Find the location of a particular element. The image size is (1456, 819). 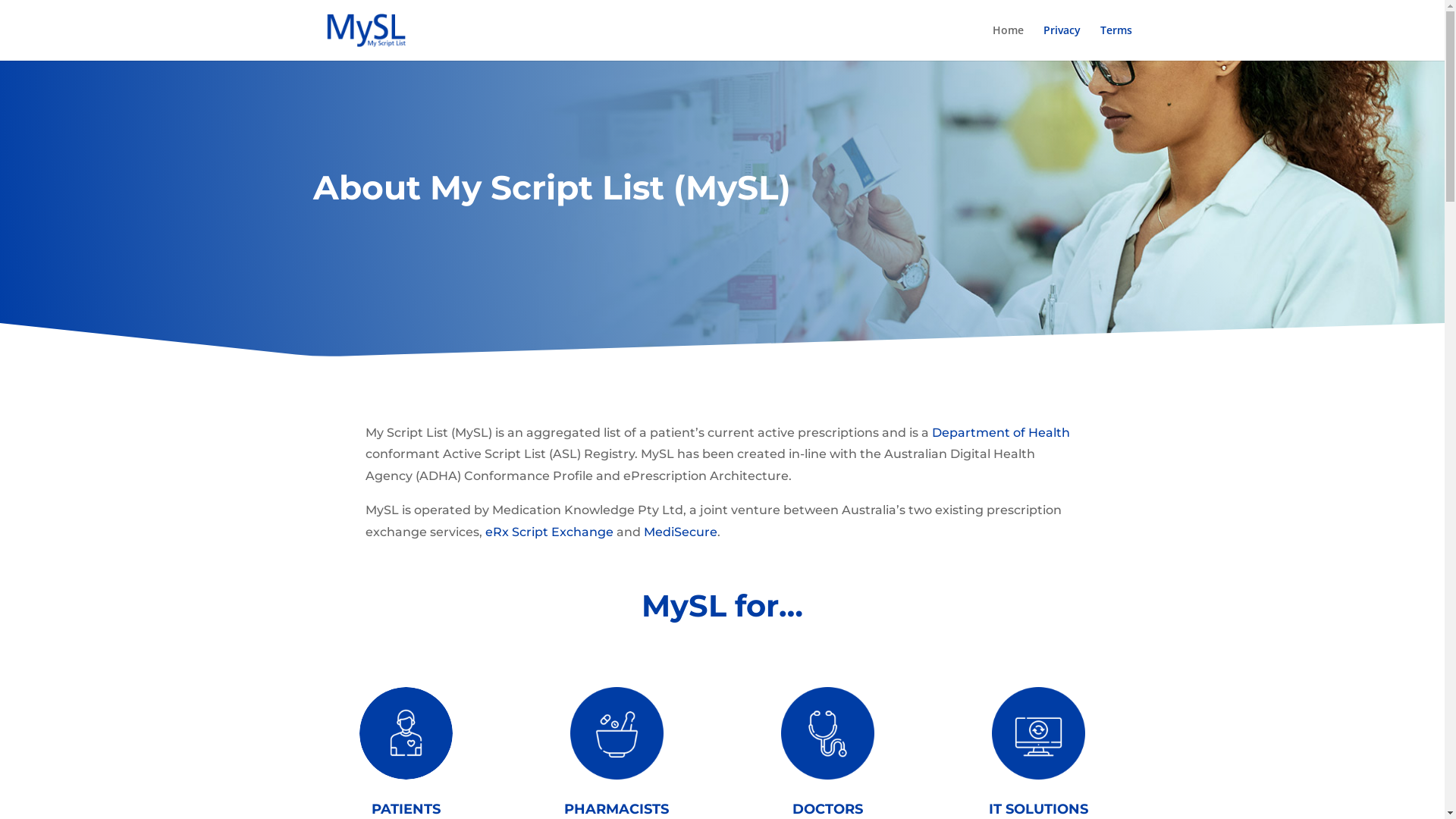

'eRx Script Exchange' is located at coordinates (548, 531).